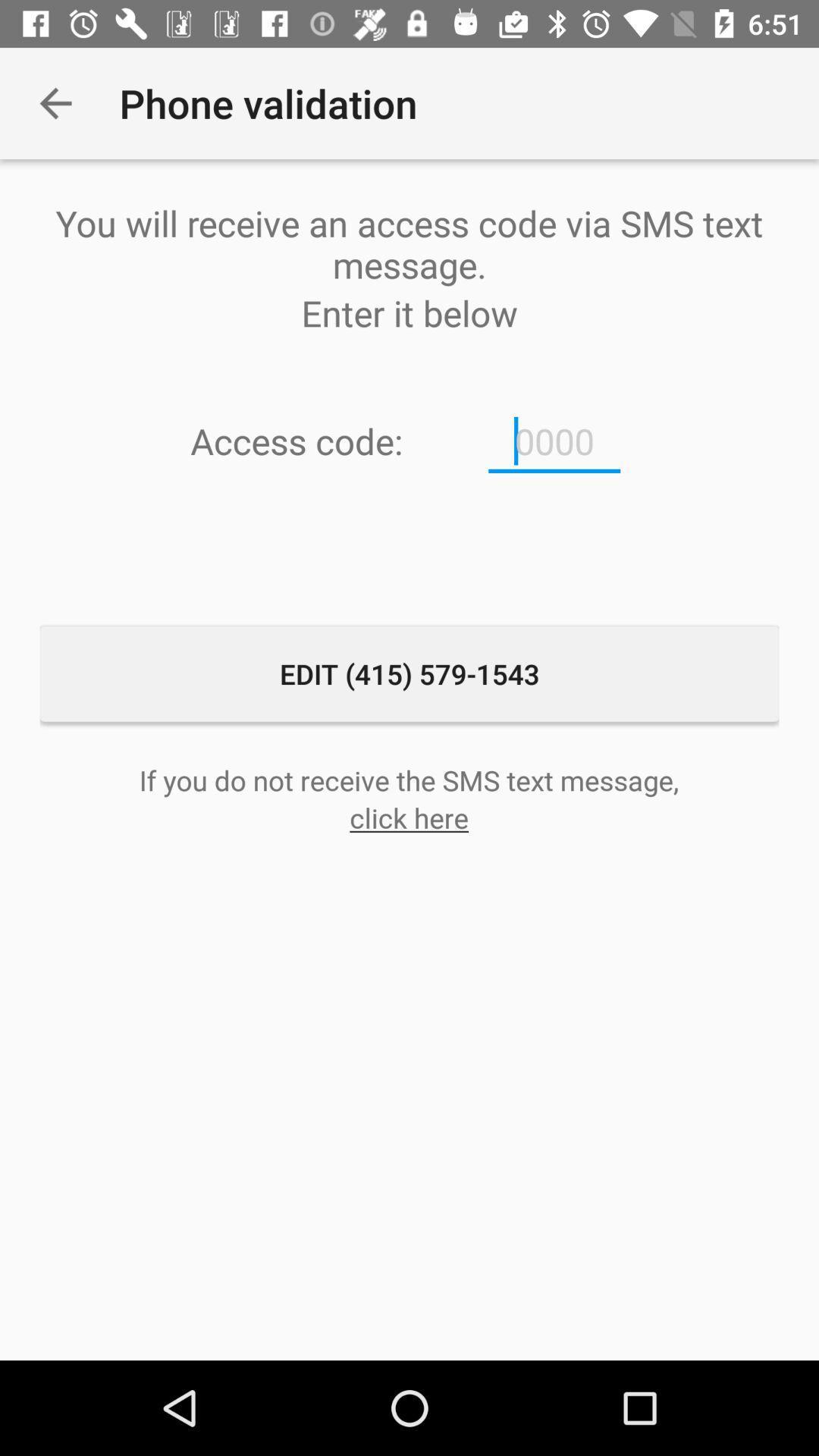 This screenshot has height=1456, width=819. I want to click on acces code bar, so click(554, 441).